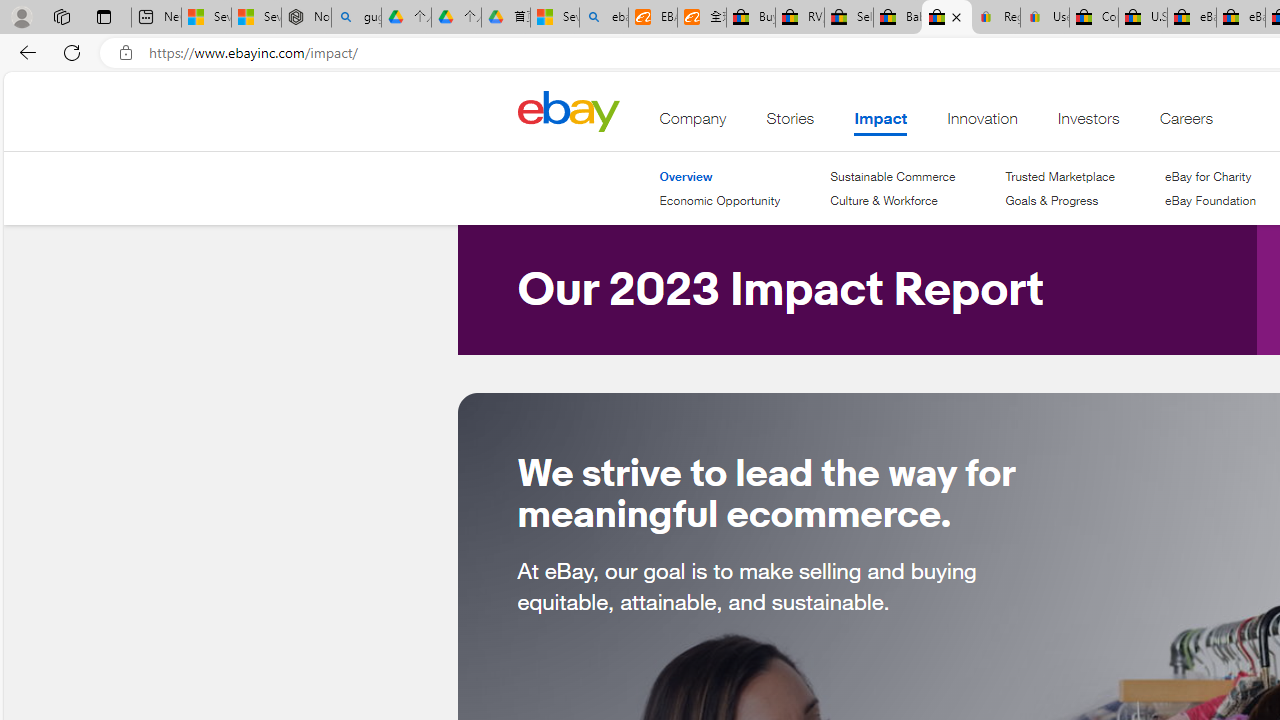 The height and width of the screenshot is (720, 1280). What do you see at coordinates (1206, 175) in the screenshot?
I see `'eBay for Charity'` at bounding box center [1206, 175].